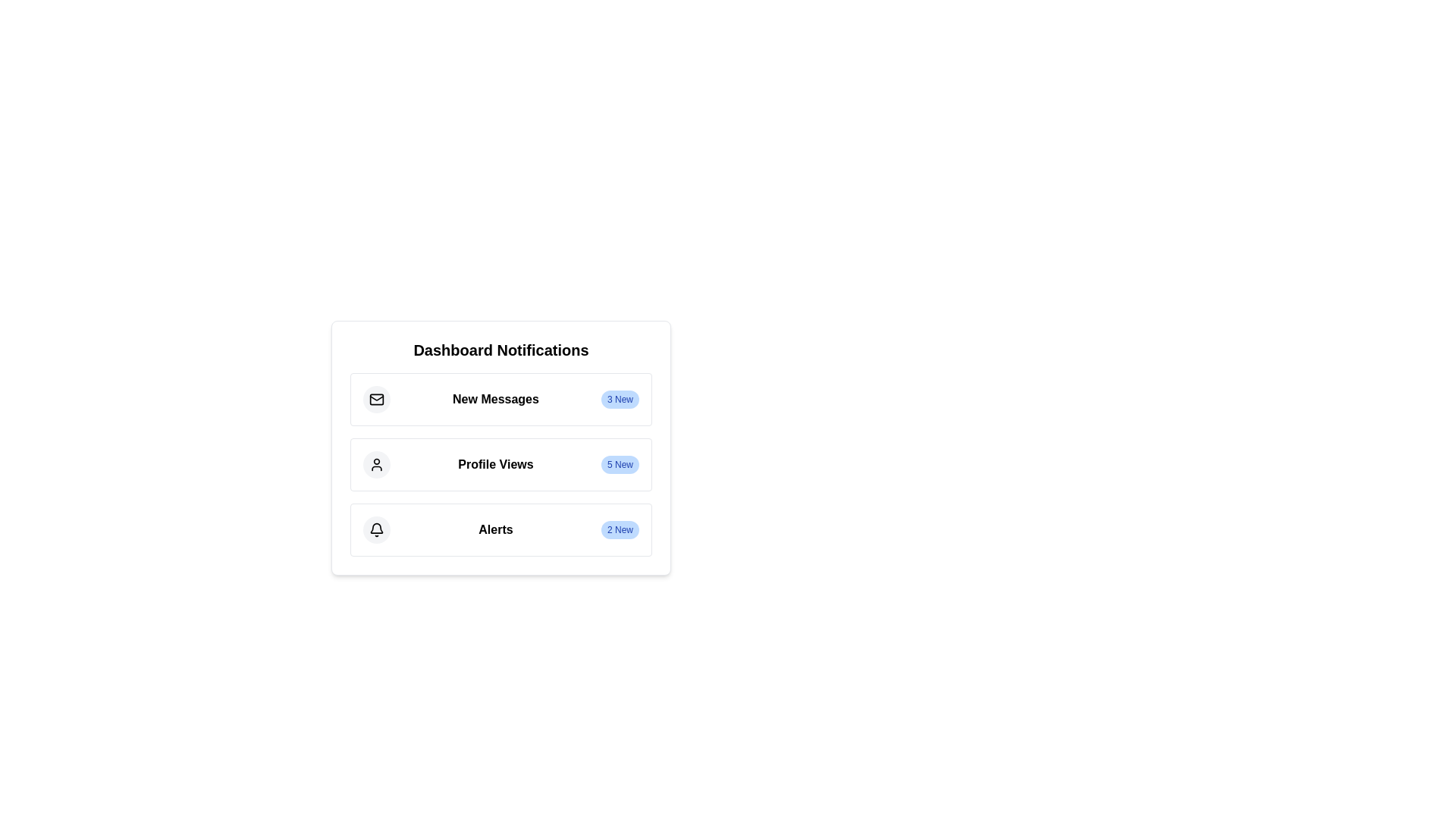 The width and height of the screenshot is (1456, 819). I want to click on the 'Alerts' Text Label, which is bold and positioned in the third row of a vertically stacked list, so click(495, 529).